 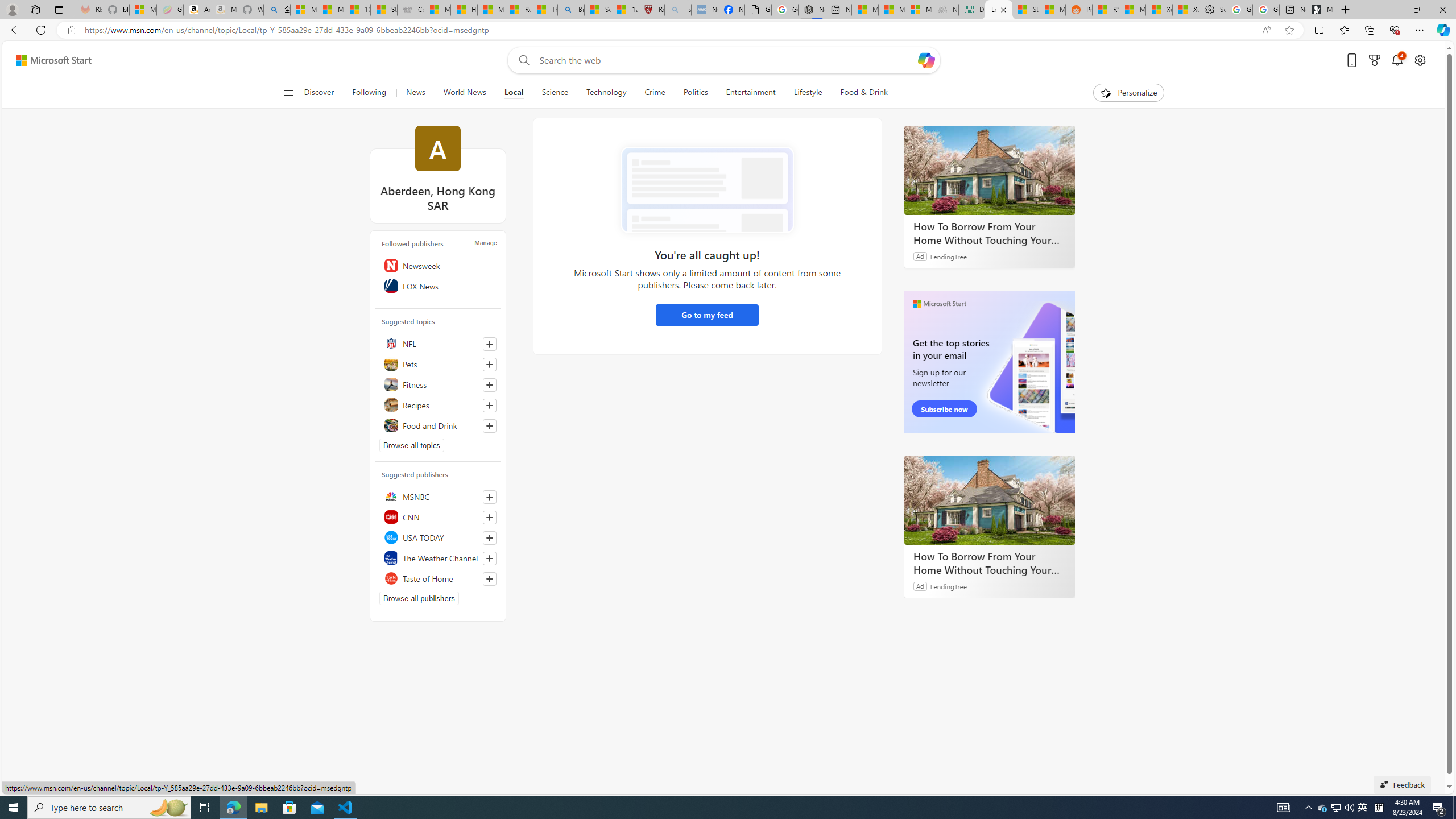 What do you see at coordinates (438, 496) in the screenshot?
I see `'MSNBC'` at bounding box center [438, 496].